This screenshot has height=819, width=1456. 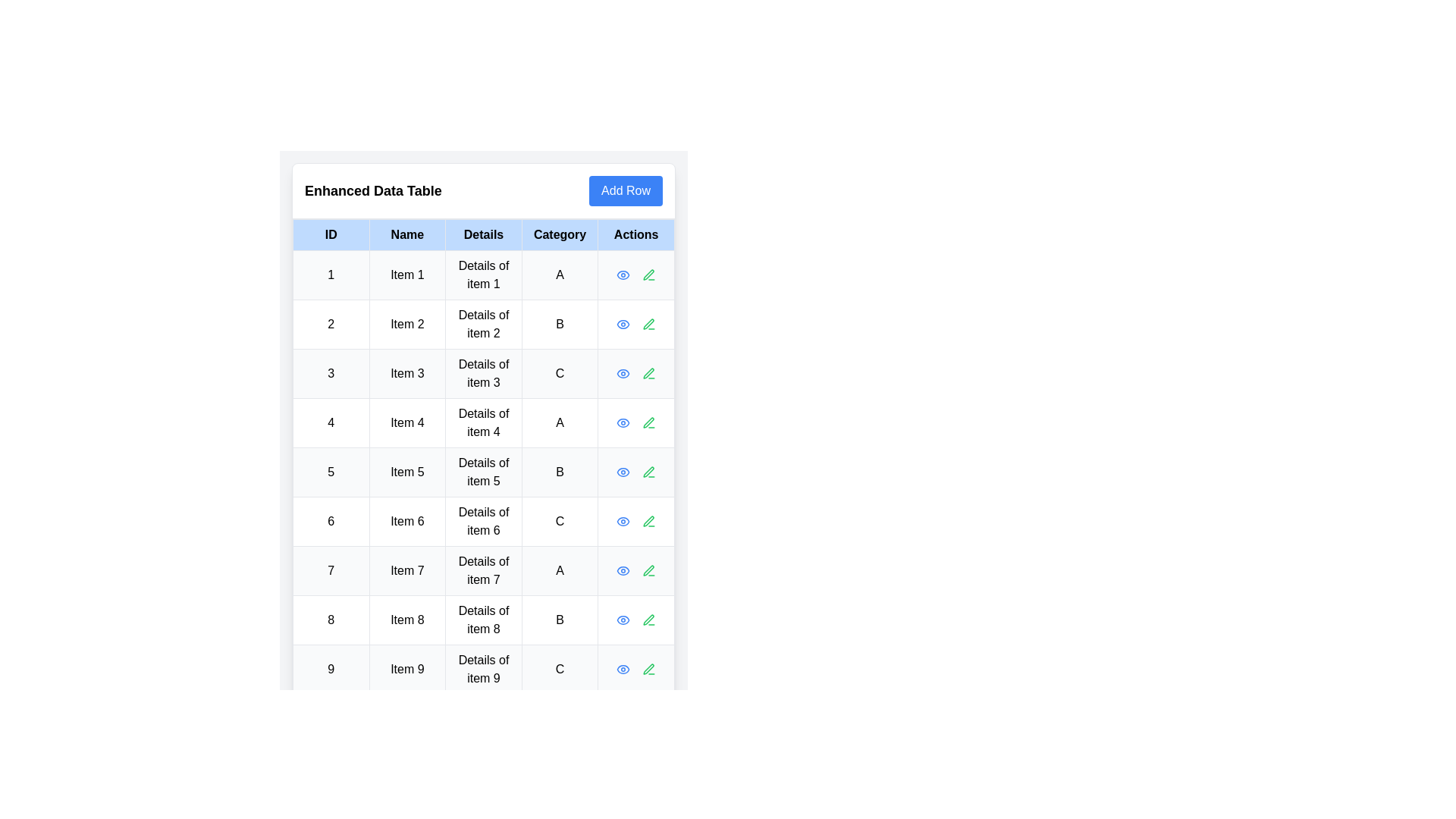 What do you see at coordinates (649, 669) in the screenshot?
I see `the green pen icon button in the Actions column corresponding to Item 9` at bounding box center [649, 669].